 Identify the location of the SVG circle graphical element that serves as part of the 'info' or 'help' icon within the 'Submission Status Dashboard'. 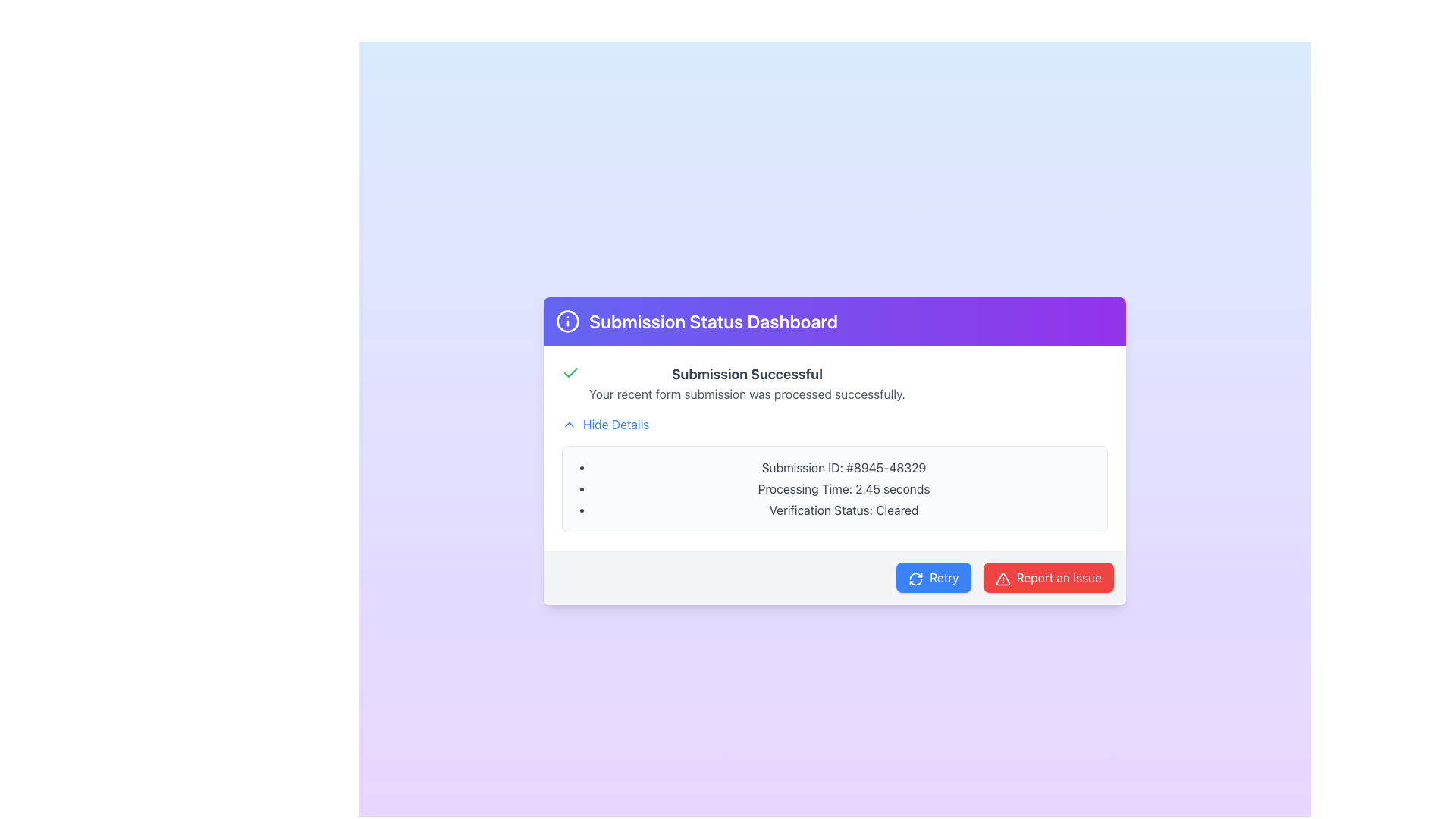
(566, 321).